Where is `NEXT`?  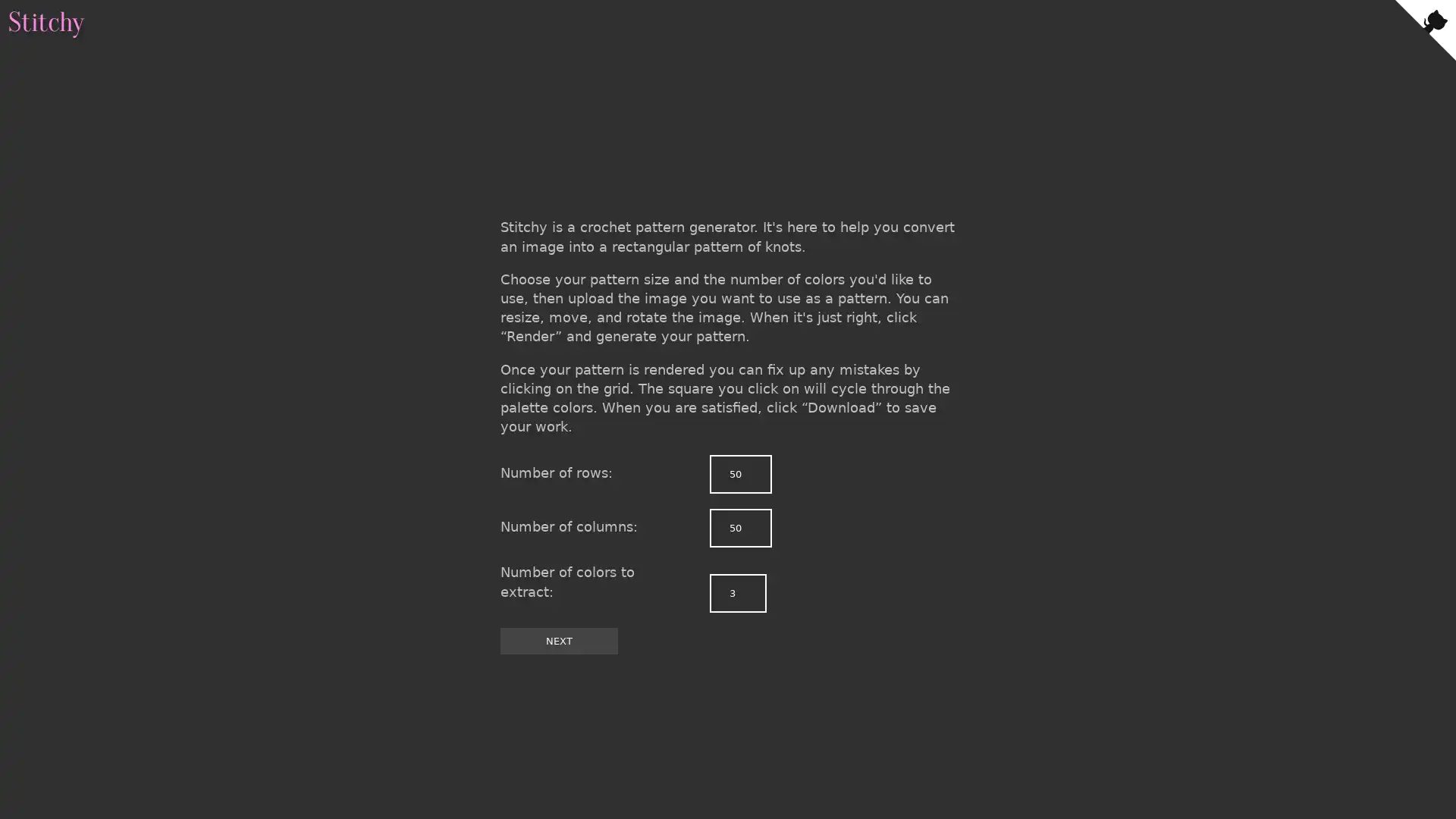
NEXT is located at coordinates (558, 640).